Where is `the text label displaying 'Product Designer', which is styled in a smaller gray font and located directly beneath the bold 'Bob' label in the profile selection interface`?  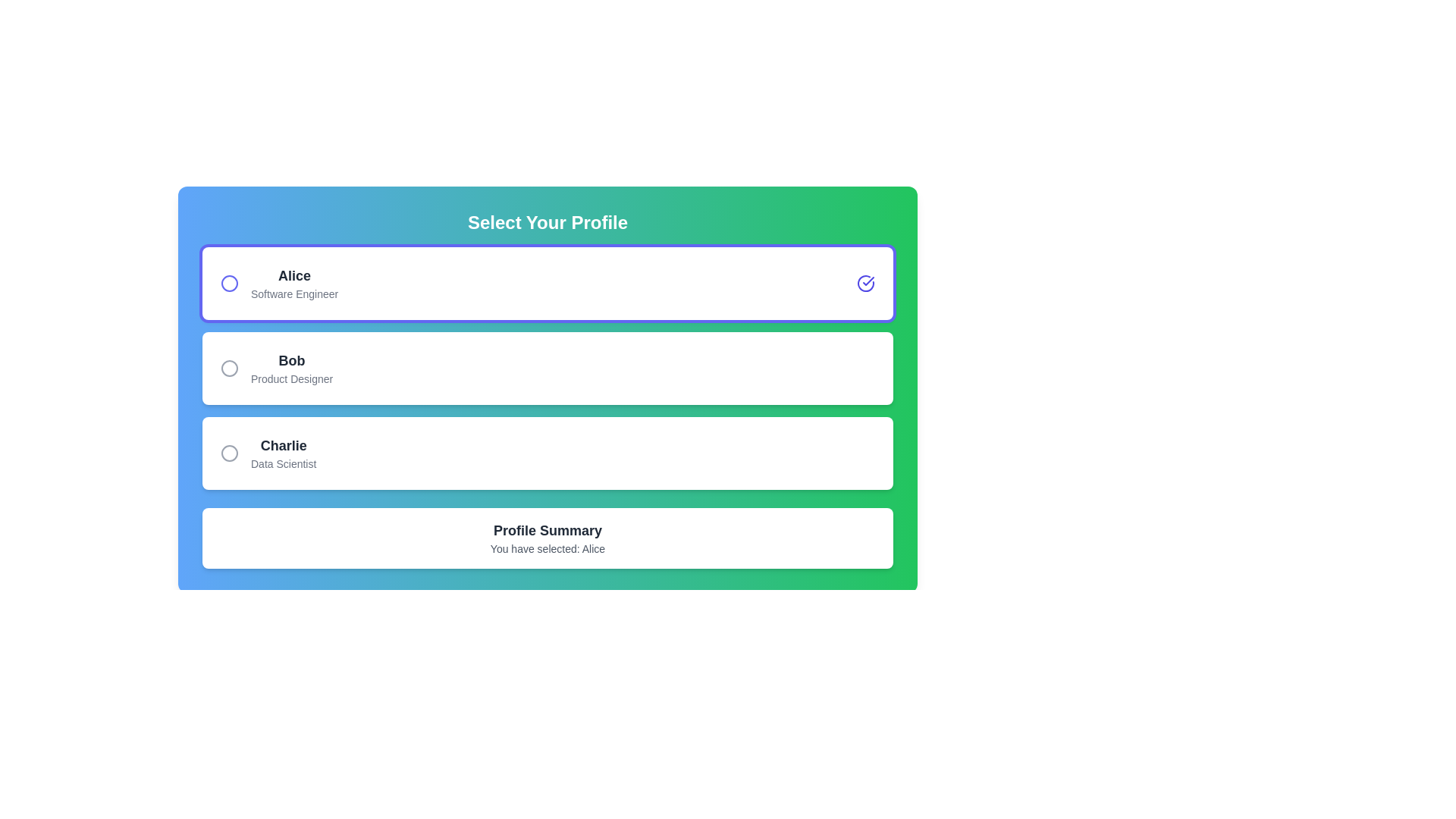
the text label displaying 'Product Designer', which is styled in a smaller gray font and located directly beneath the bold 'Bob' label in the profile selection interface is located at coordinates (292, 378).